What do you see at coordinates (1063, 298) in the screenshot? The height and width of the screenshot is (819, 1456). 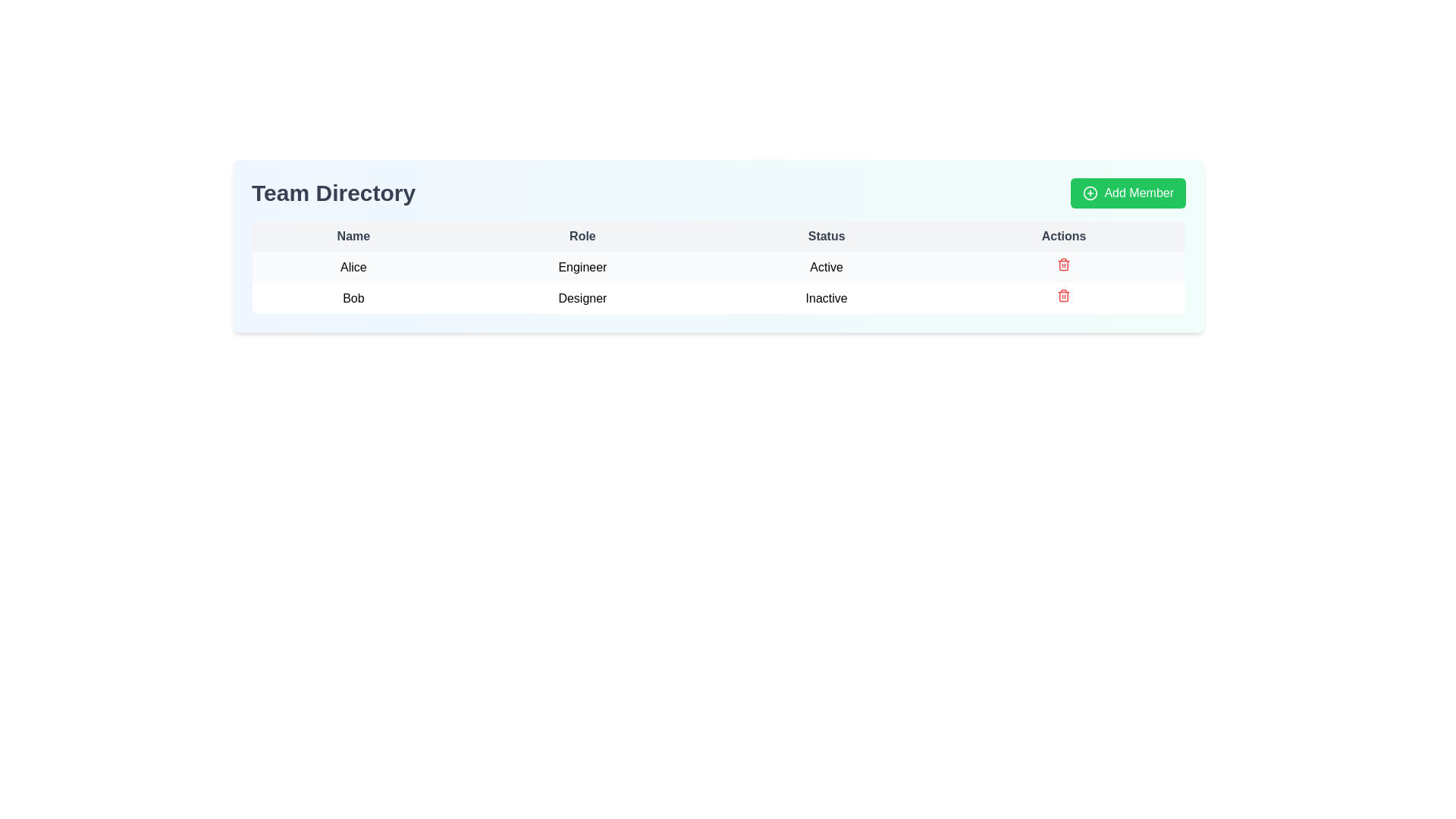 I see `the delete icon button located at the far right of the row containing 'Bob' and 'Inactive' in the table under the 'Actions' column` at bounding box center [1063, 298].